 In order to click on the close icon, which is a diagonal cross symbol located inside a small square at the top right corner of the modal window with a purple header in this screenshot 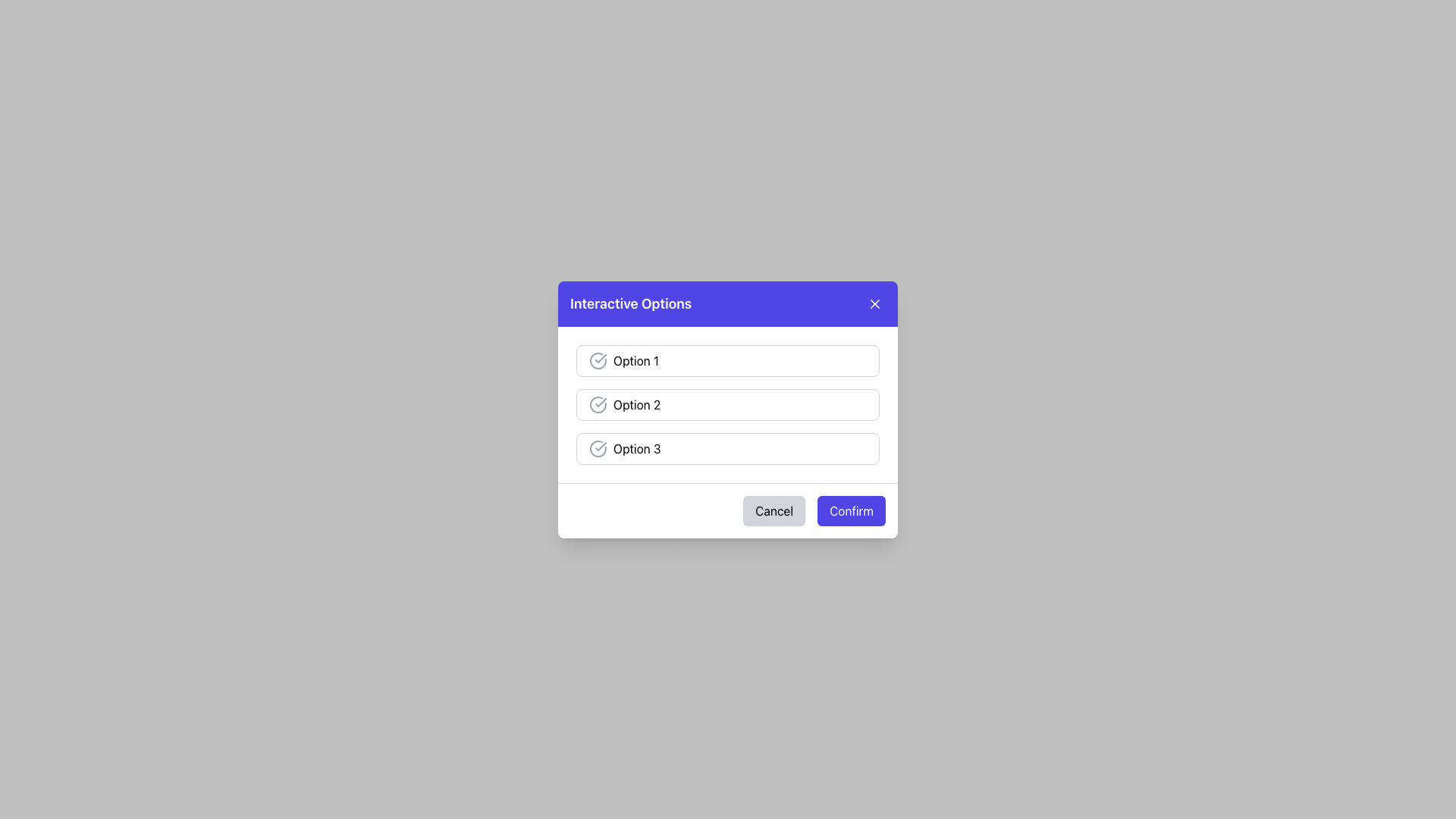, I will do `click(874, 303)`.